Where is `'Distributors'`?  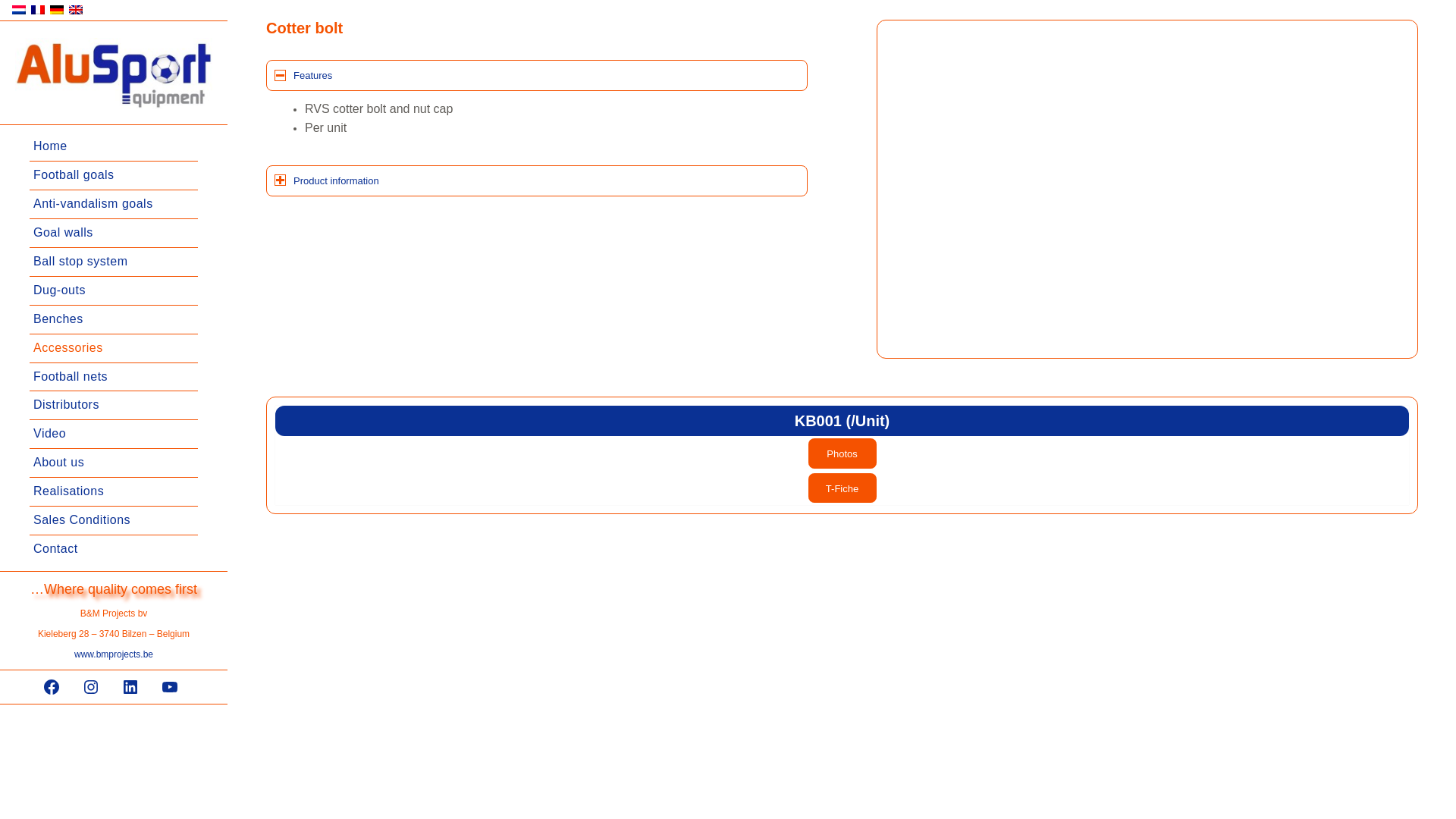
'Distributors' is located at coordinates (112, 405).